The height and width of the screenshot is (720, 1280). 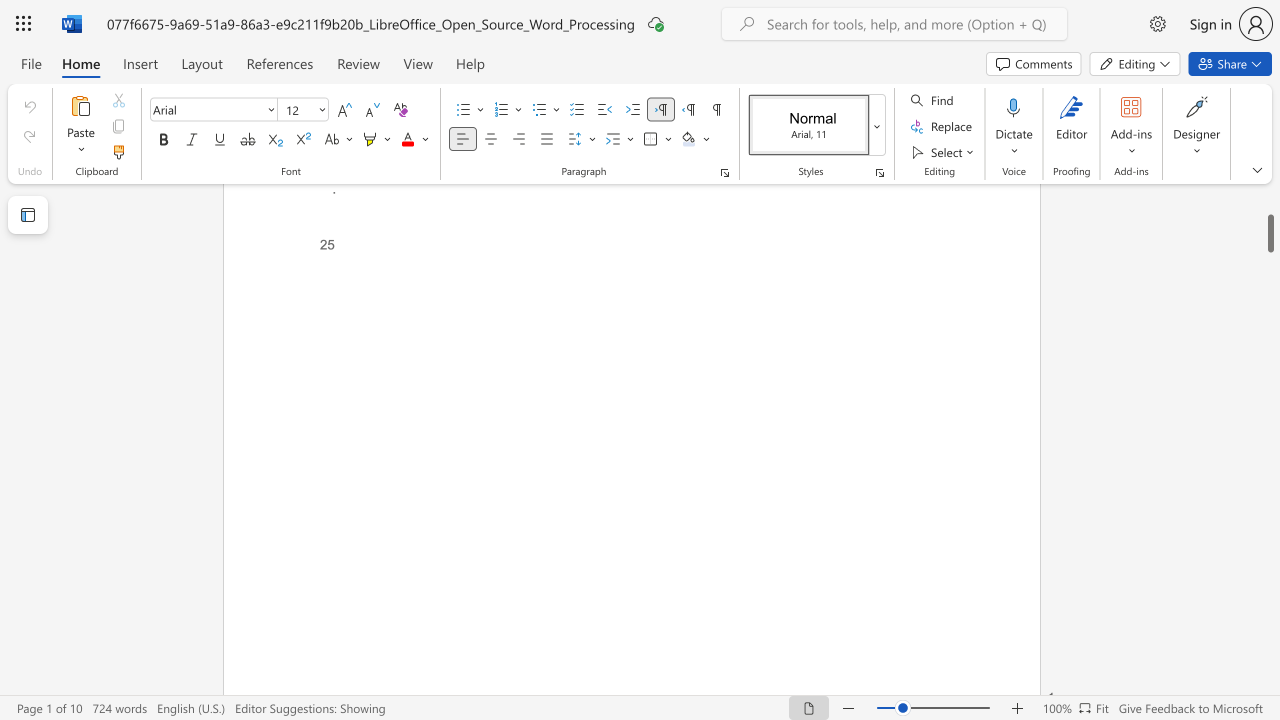 What do you see at coordinates (371, 523) in the screenshot?
I see `the 1th character "e" in the text` at bounding box center [371, 523].